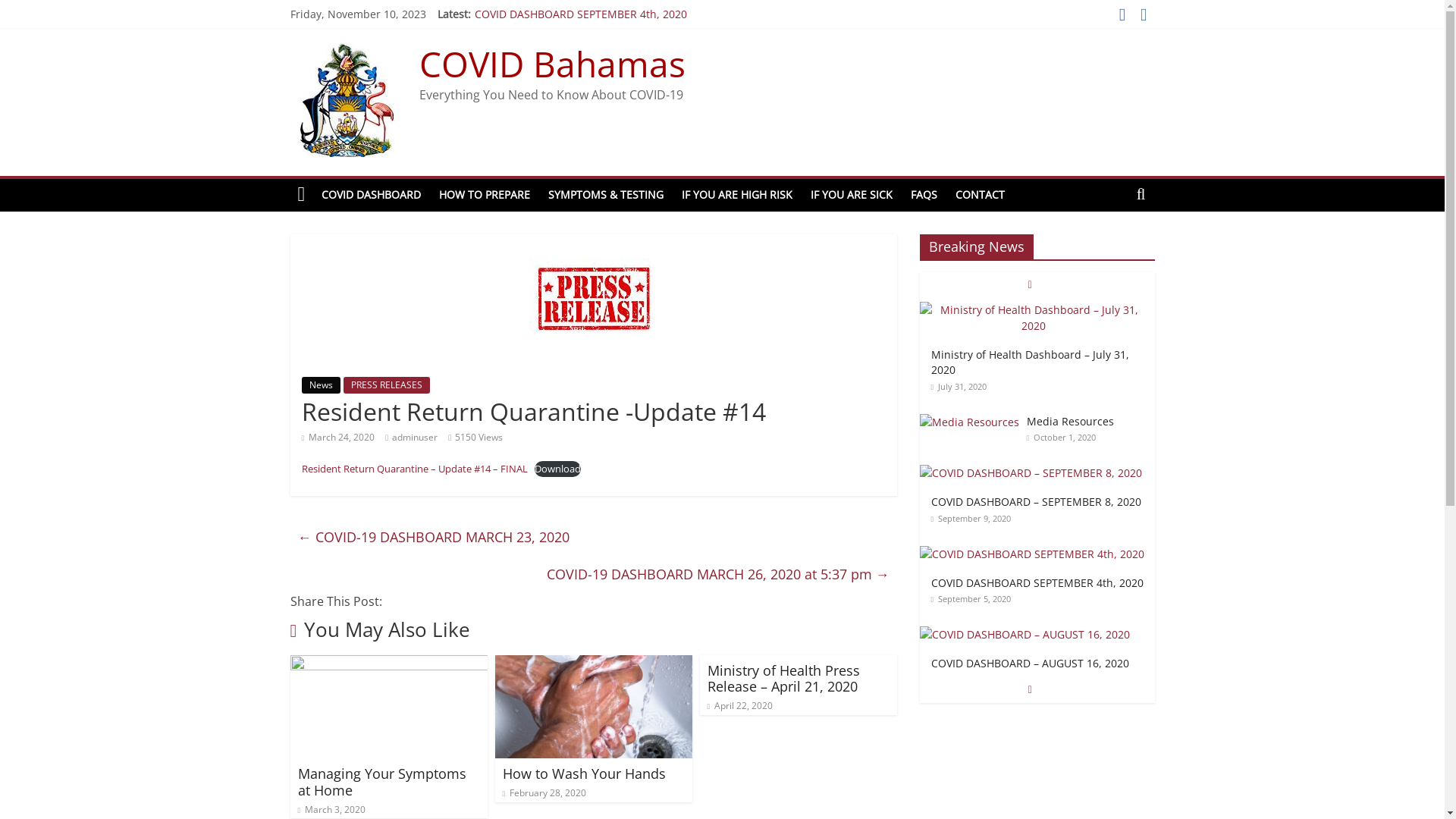  What do you see at coordinates (604, 194) in the screenshot?
I see `'SYMPTOMS & TESTING'` at bounding box center [604, 194].